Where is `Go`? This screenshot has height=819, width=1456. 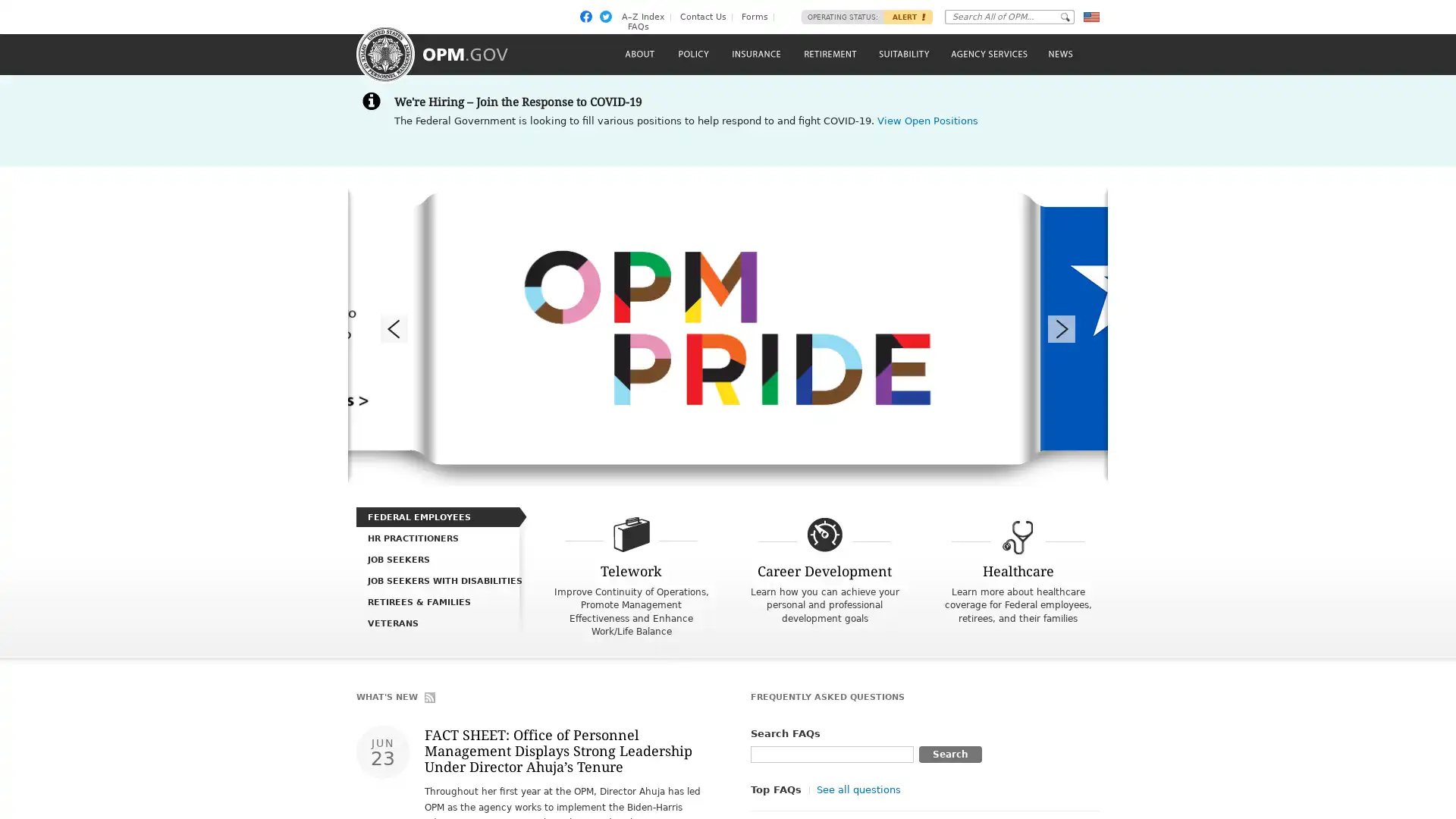
Go is located at coordinates (1065, 17).